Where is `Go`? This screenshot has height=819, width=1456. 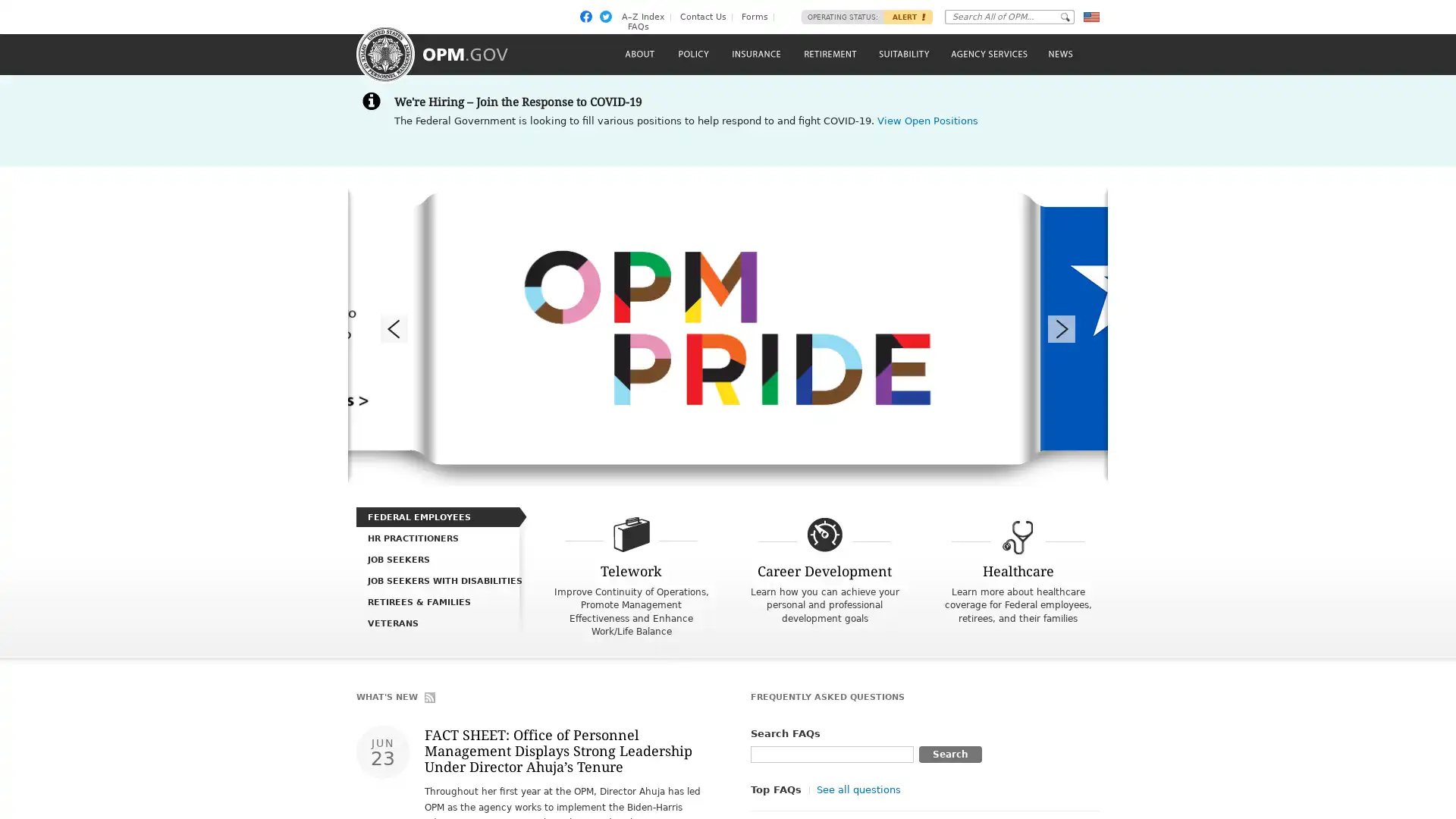
Go is located at coordinates (1065, 17).